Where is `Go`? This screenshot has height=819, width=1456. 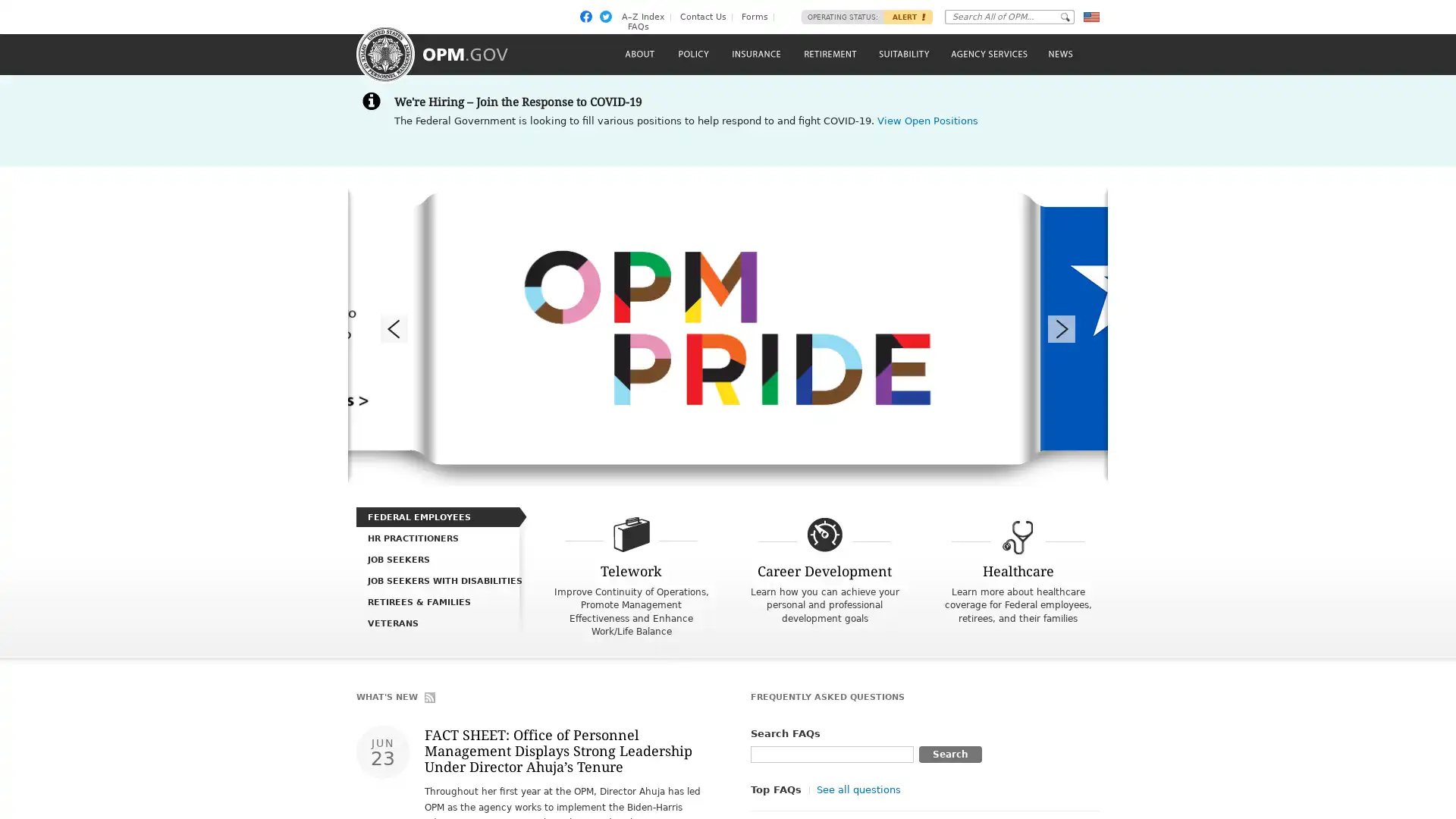
Go is located at coordinates (1065, 17).